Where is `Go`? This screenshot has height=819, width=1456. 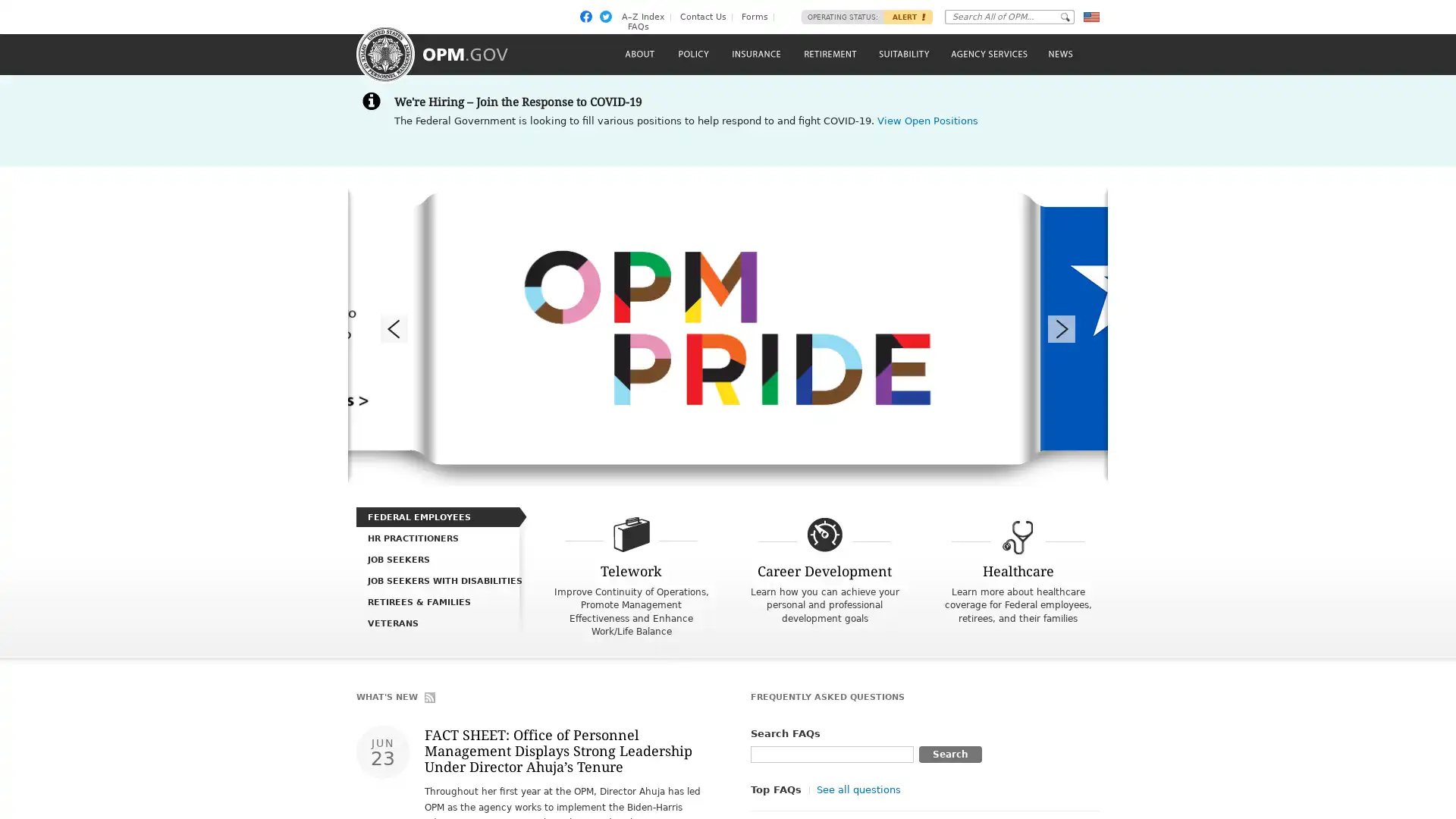
Go is located at coordinates (1065, 17).